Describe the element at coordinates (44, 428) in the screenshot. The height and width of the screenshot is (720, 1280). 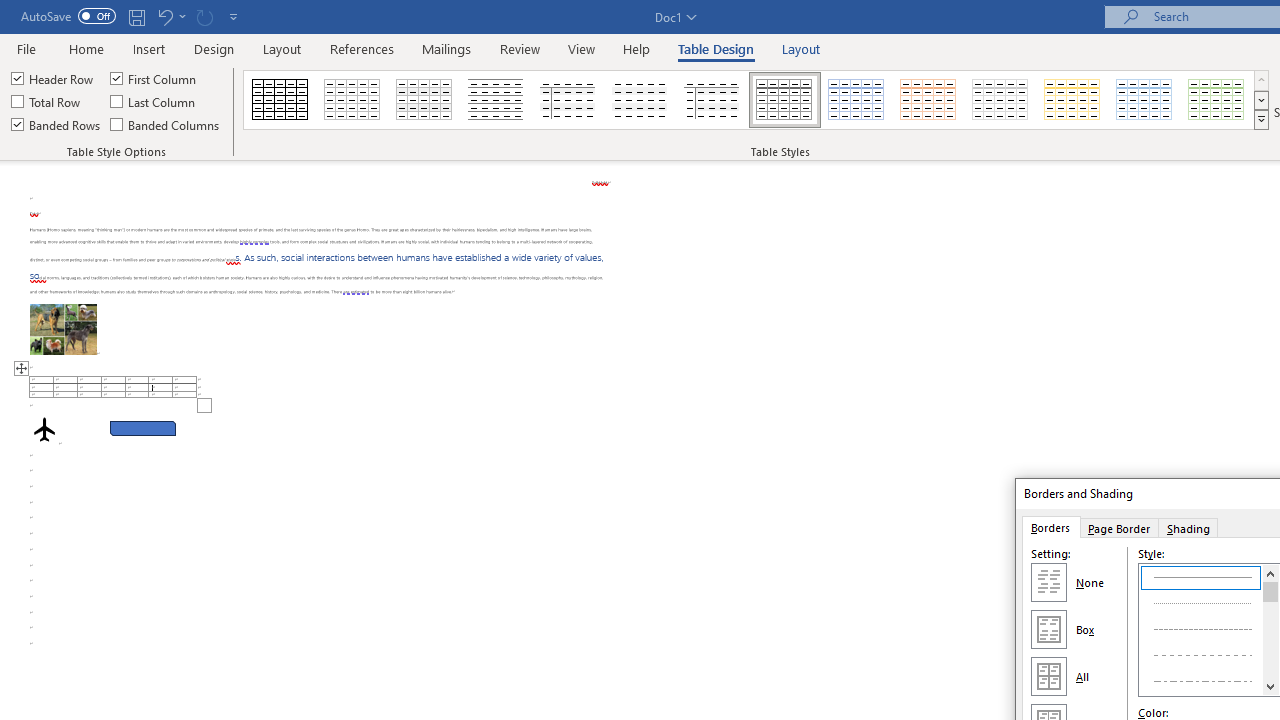
I see `'Airplane with solid fill'` at that location.